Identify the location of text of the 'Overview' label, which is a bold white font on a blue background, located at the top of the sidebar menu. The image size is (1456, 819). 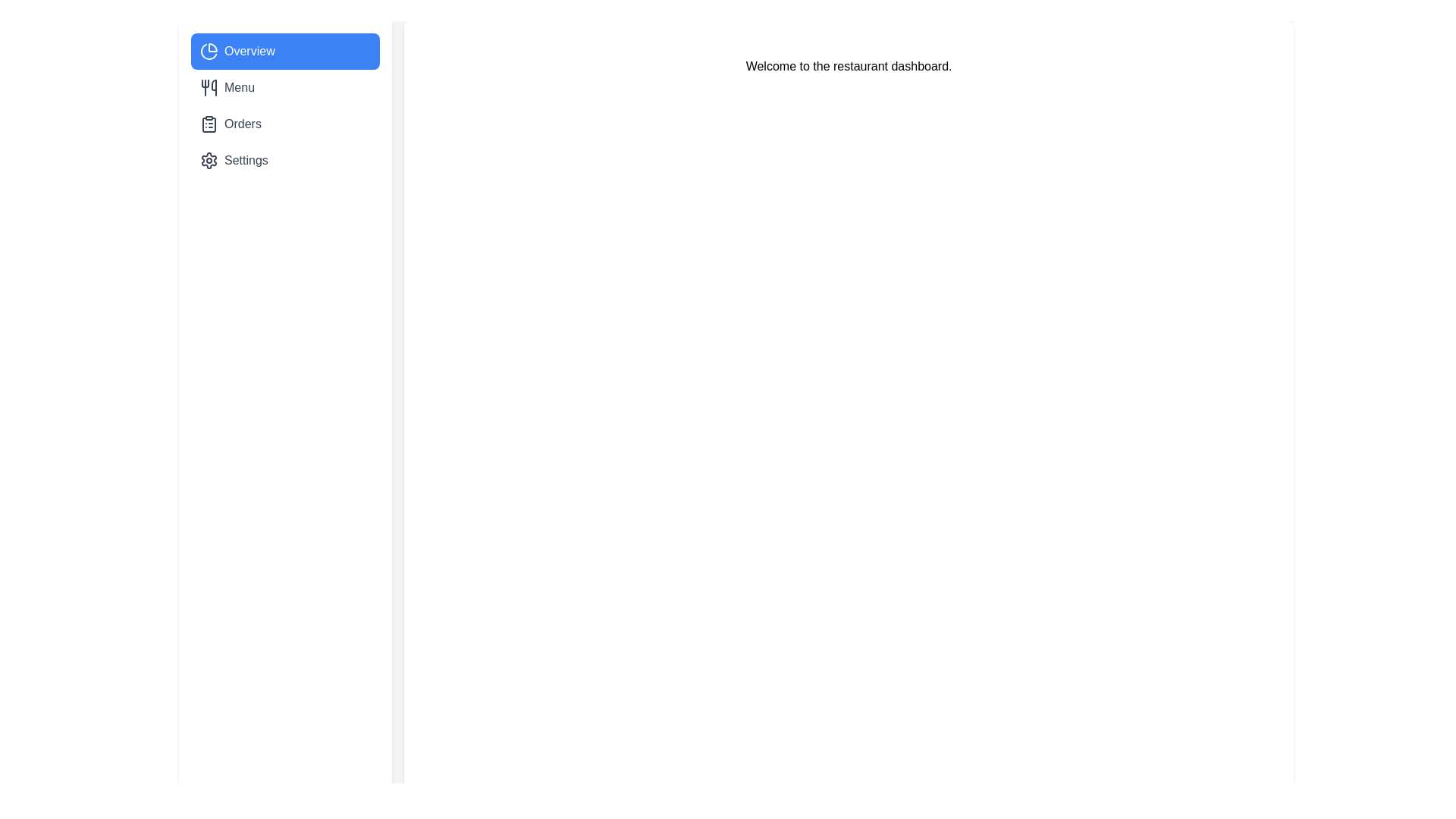
(249, 51).